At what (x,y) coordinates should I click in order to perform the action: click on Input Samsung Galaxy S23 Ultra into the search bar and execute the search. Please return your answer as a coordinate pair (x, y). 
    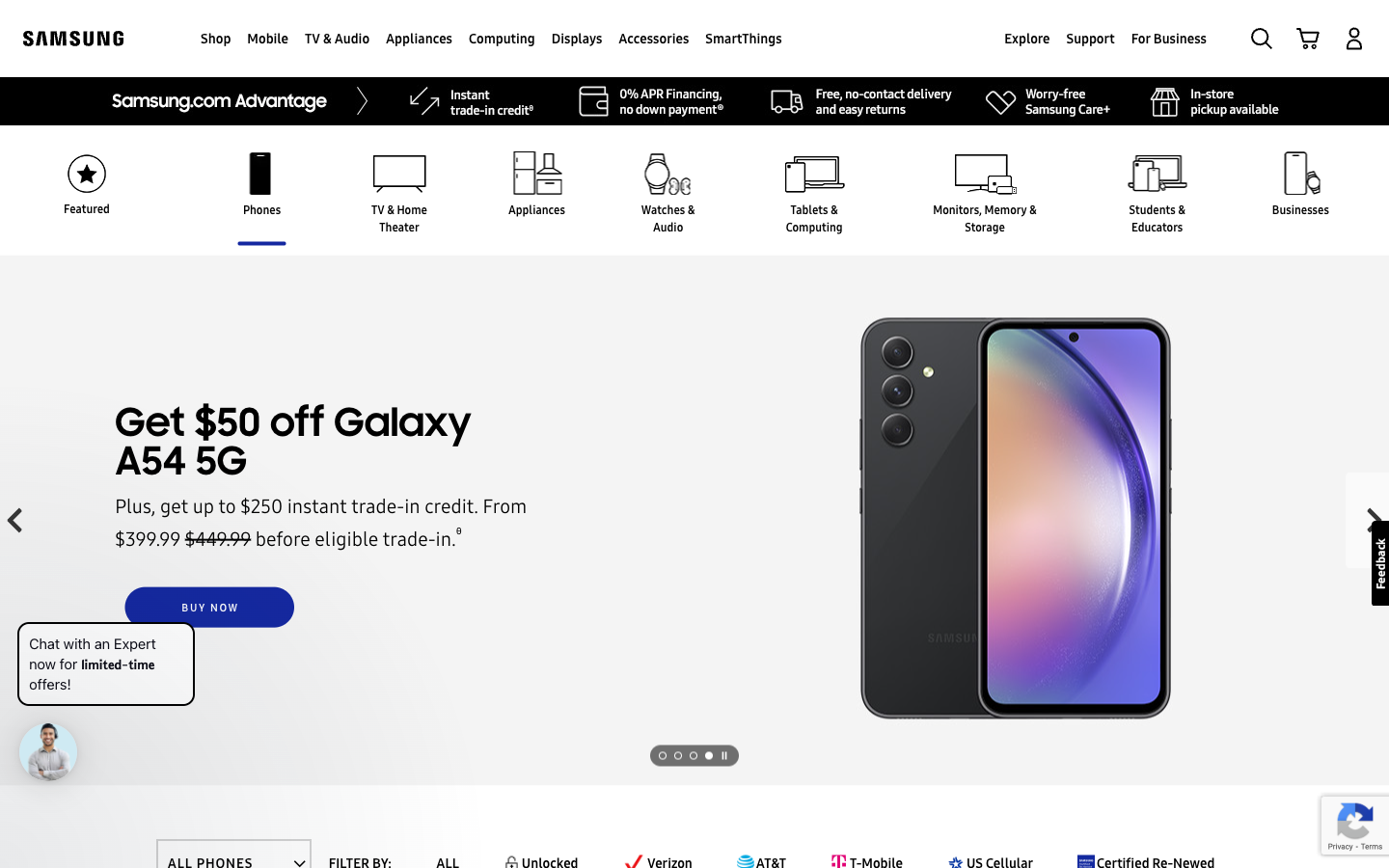
    Looking at the image, I should click on (1261, 37).